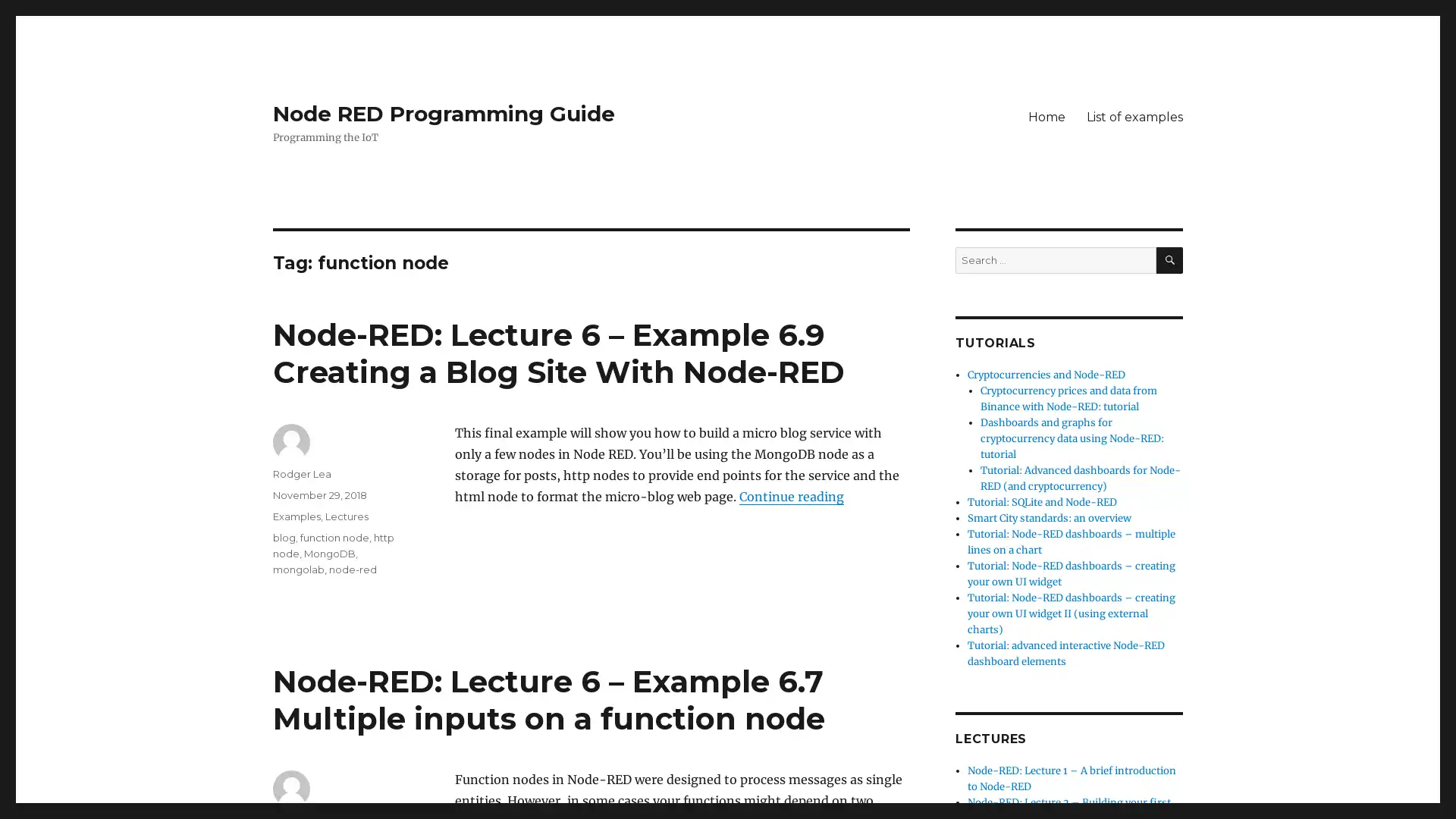  What do you see at coordinates (1169, 259) in the screenshot?
I see `SEARCH` at bounding box center [1169, 259].